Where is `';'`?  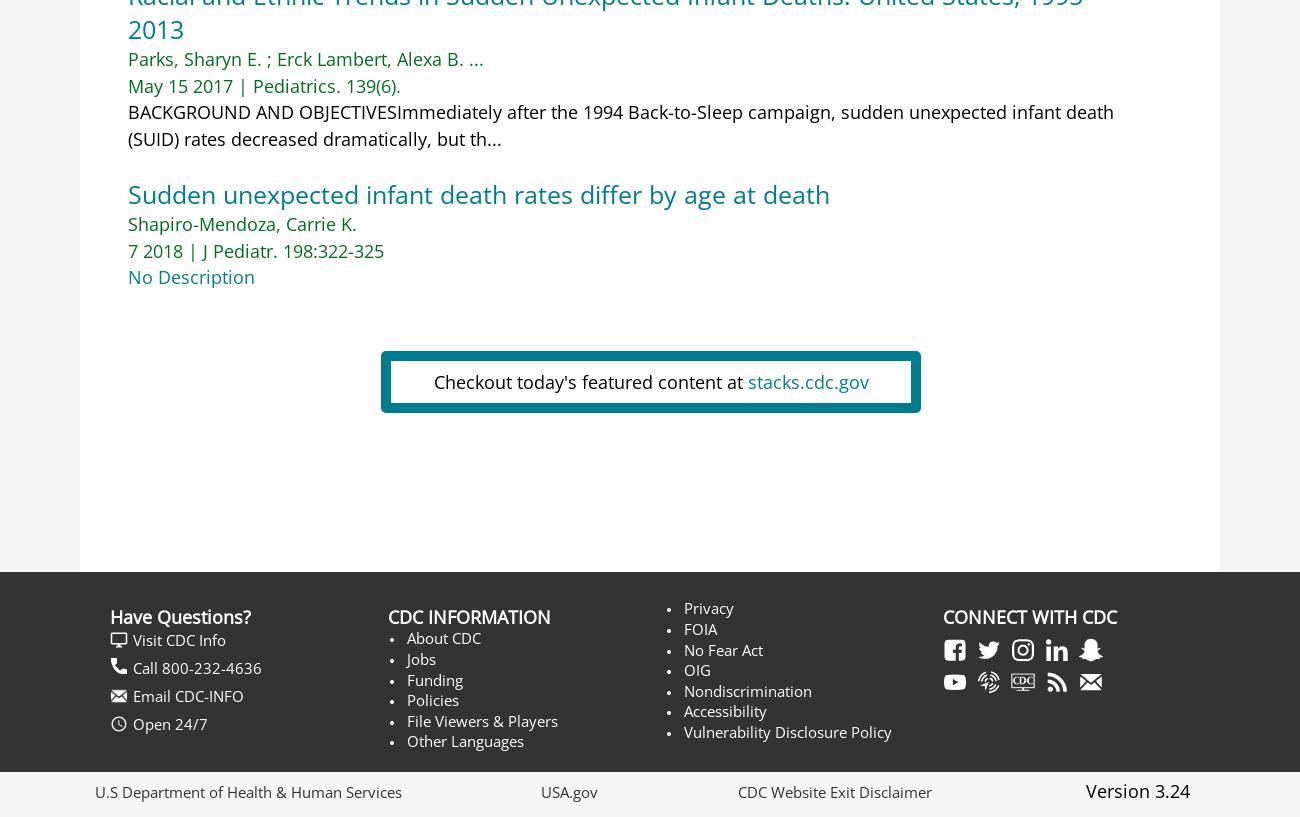
';' is located at coordinates (267, 57).